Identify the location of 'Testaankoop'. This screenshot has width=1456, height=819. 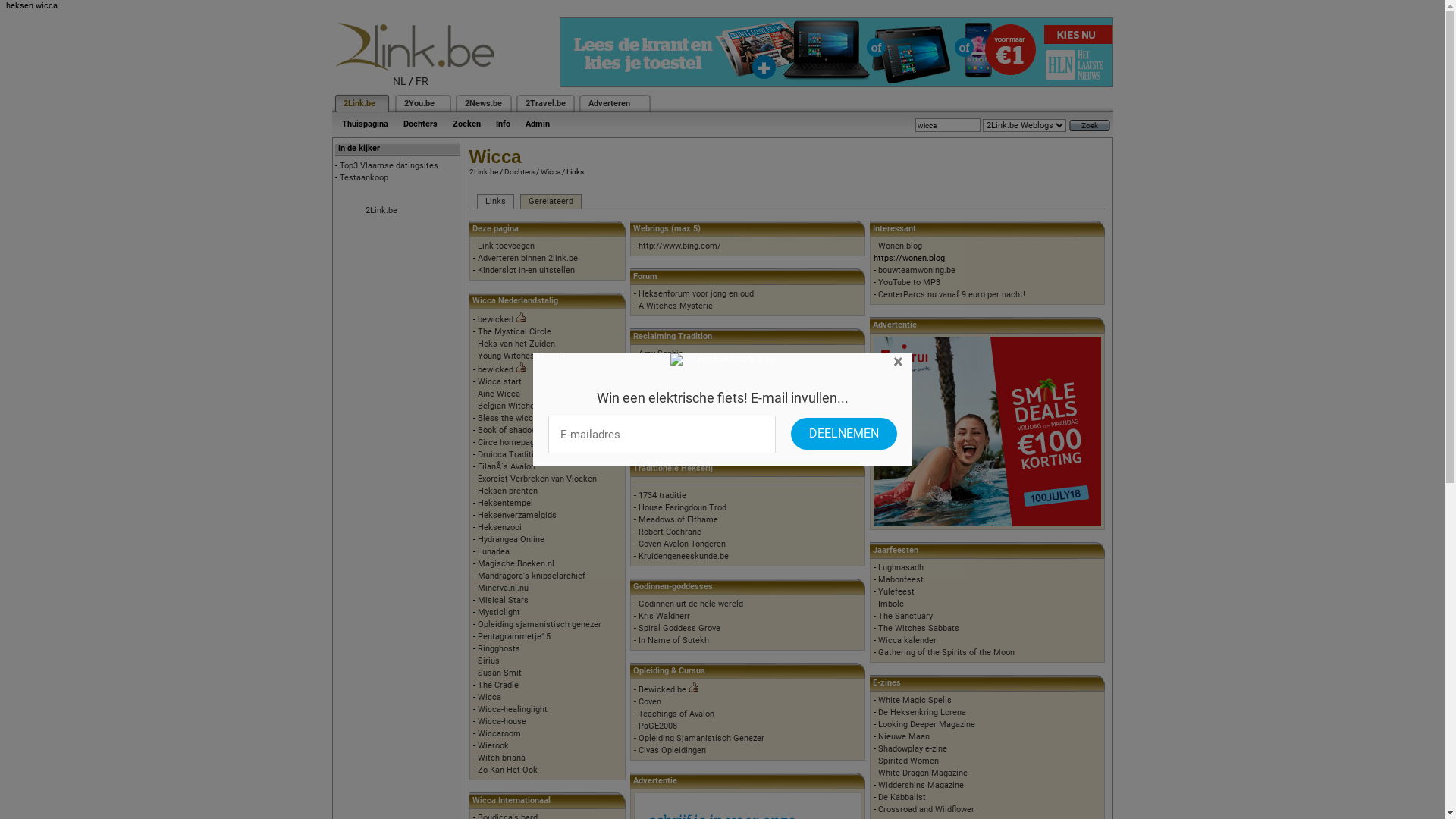
(364, 177).